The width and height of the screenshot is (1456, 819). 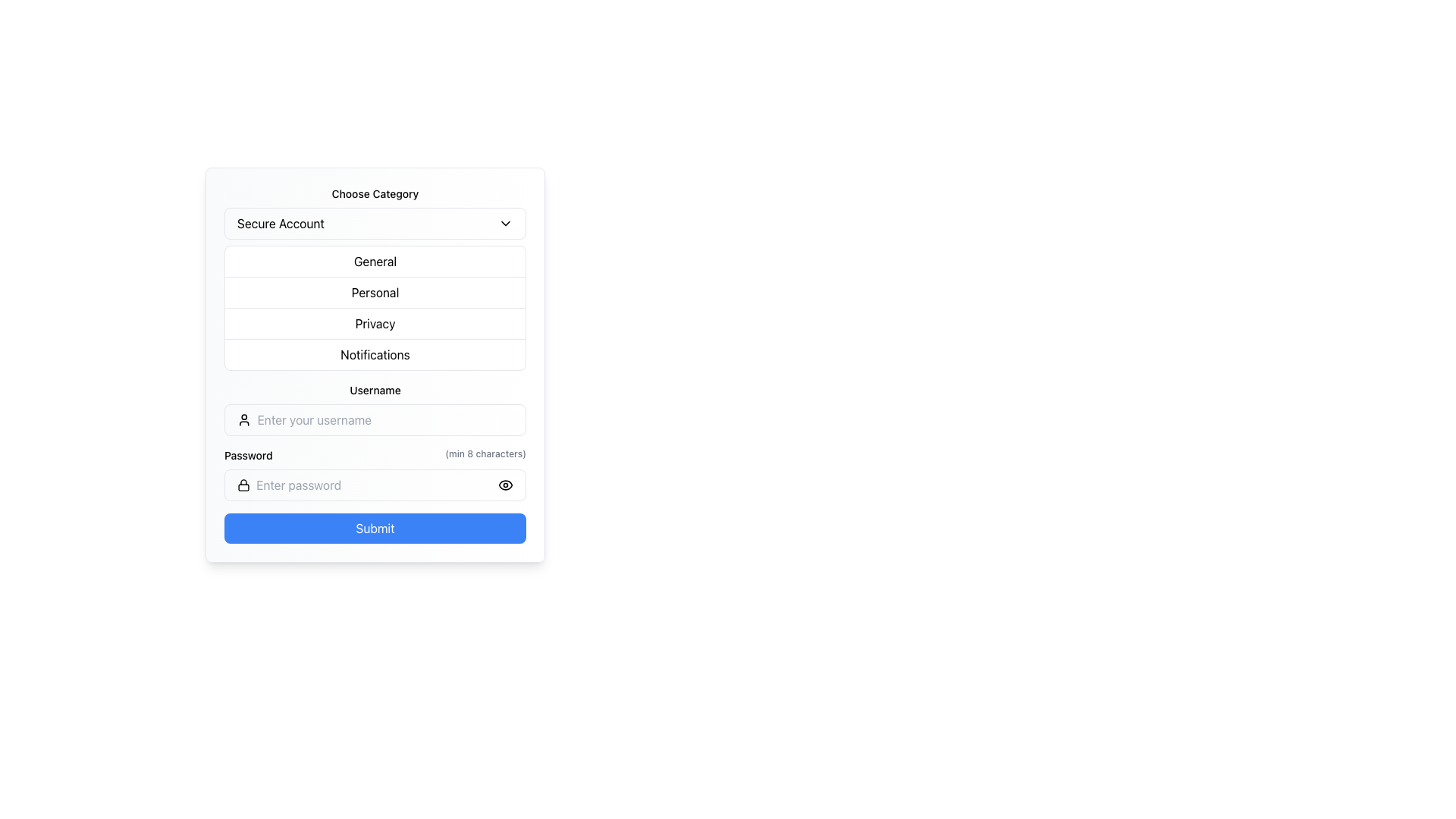 I want to click on the fourth dropdown menu element located just below the category dropdown list, so click(x=375, y=365).